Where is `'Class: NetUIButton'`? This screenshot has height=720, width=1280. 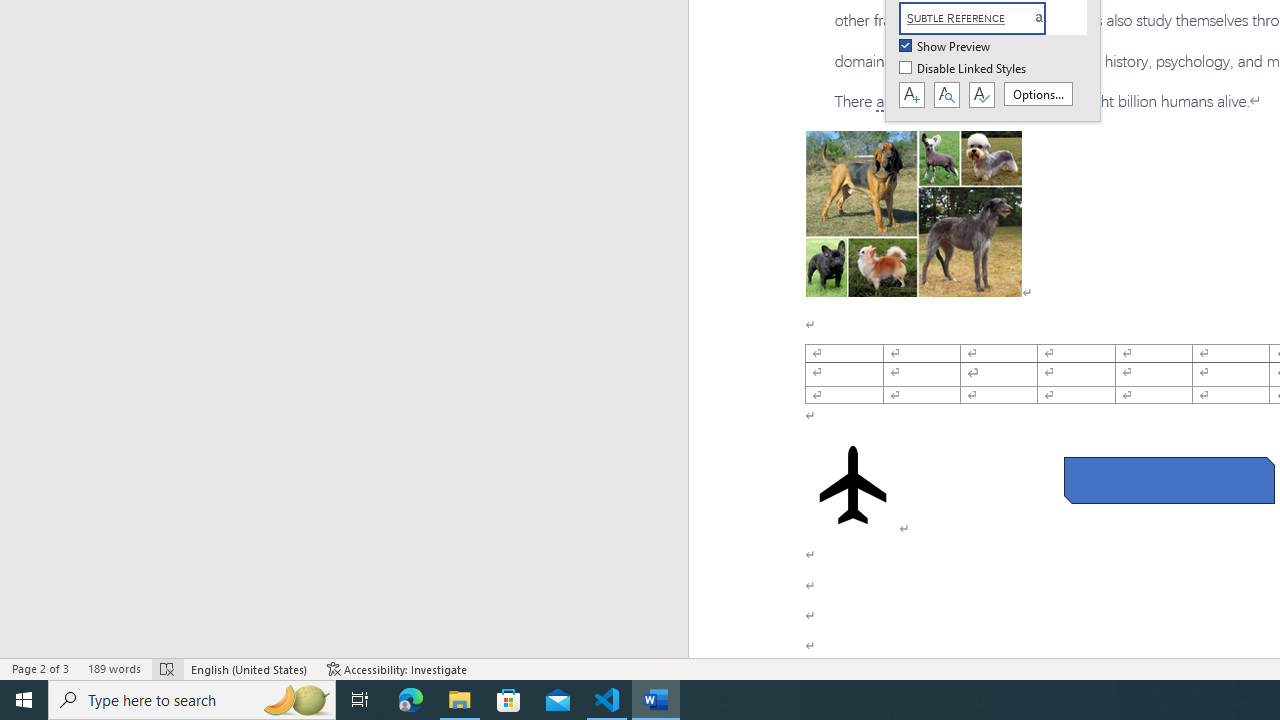 'Class: NetUIButton' is located at coordinates (981, 95).